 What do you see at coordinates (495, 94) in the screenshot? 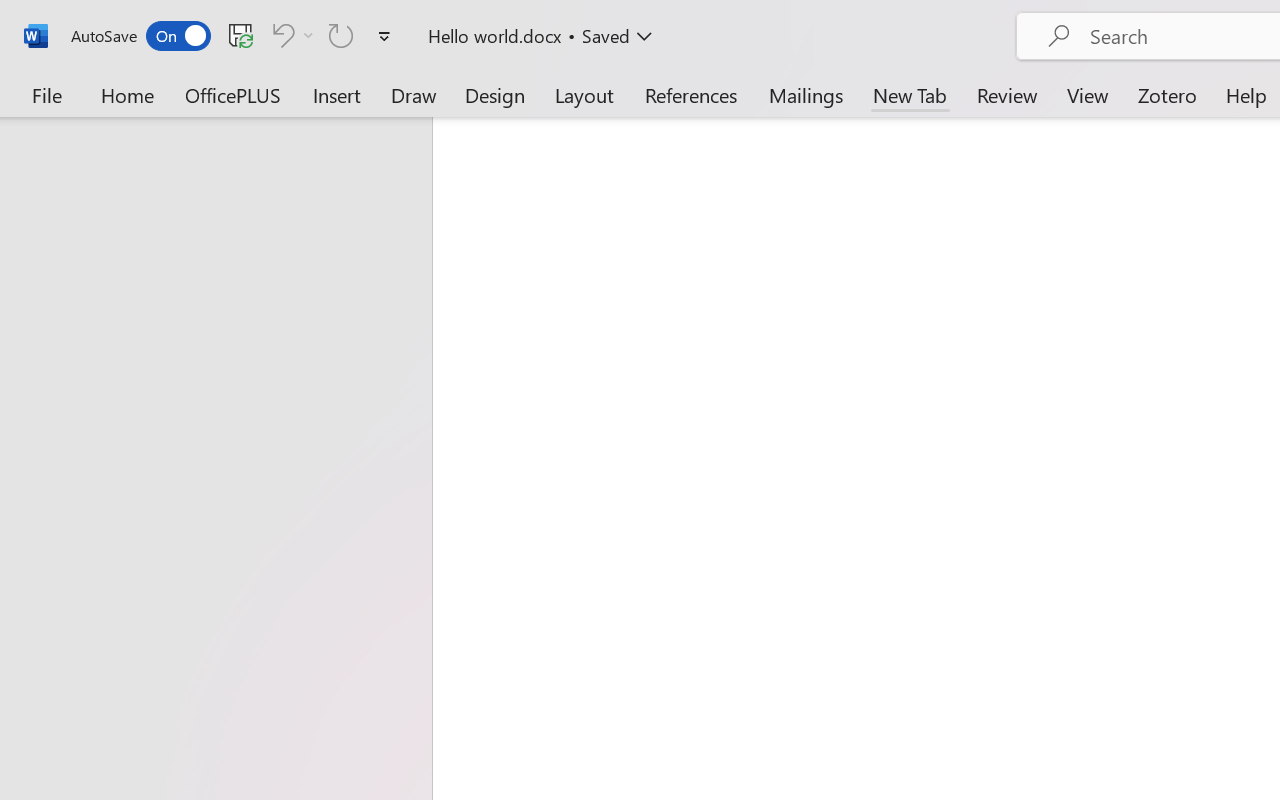
I see `'Design'` at bounding box center [495, 94].